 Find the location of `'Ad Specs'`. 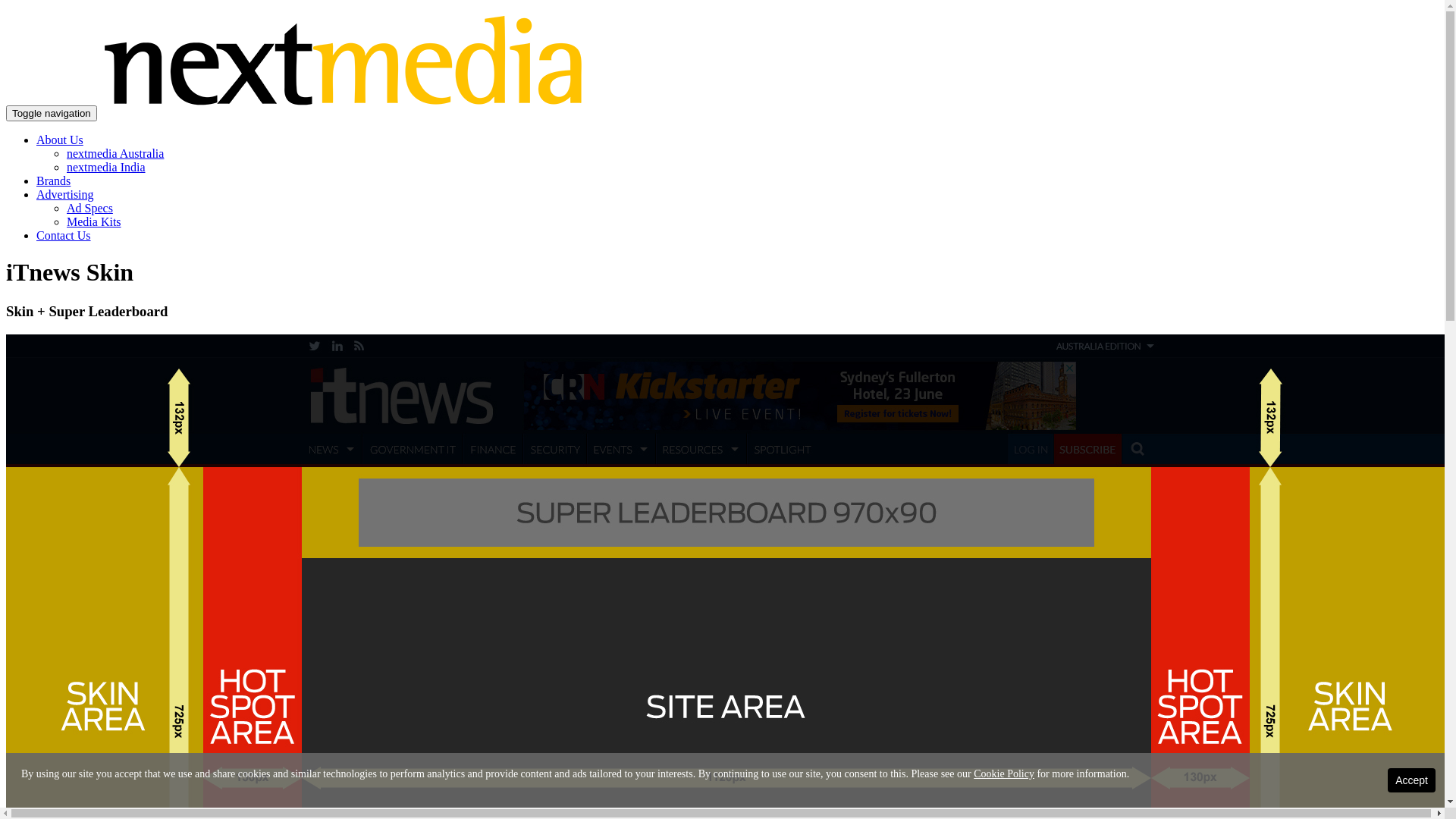

'Ad Specs' is located at coordinates (89, 208).